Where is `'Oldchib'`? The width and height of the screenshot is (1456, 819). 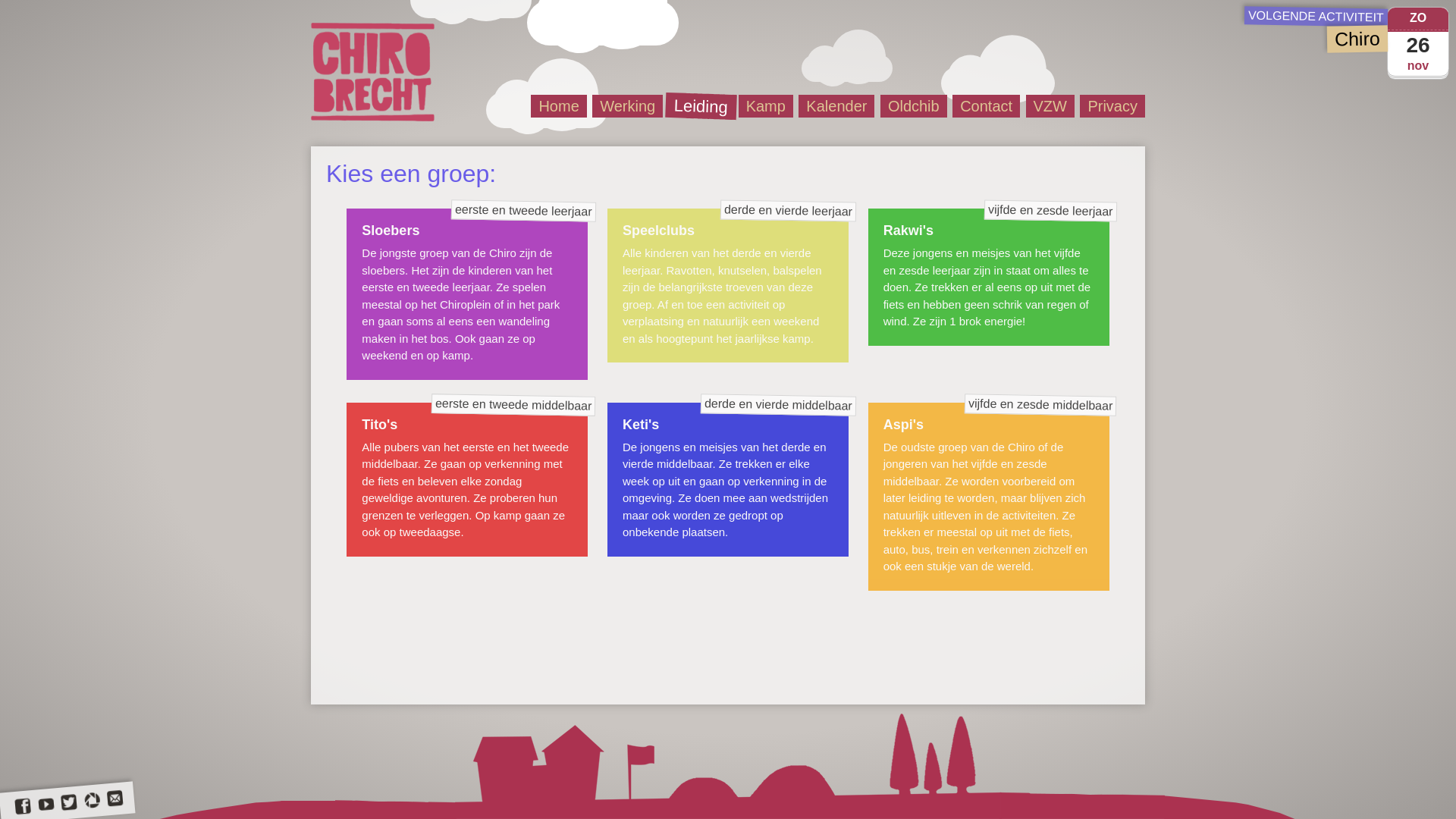 'Oldchib' is located at coordinates (912, 105).